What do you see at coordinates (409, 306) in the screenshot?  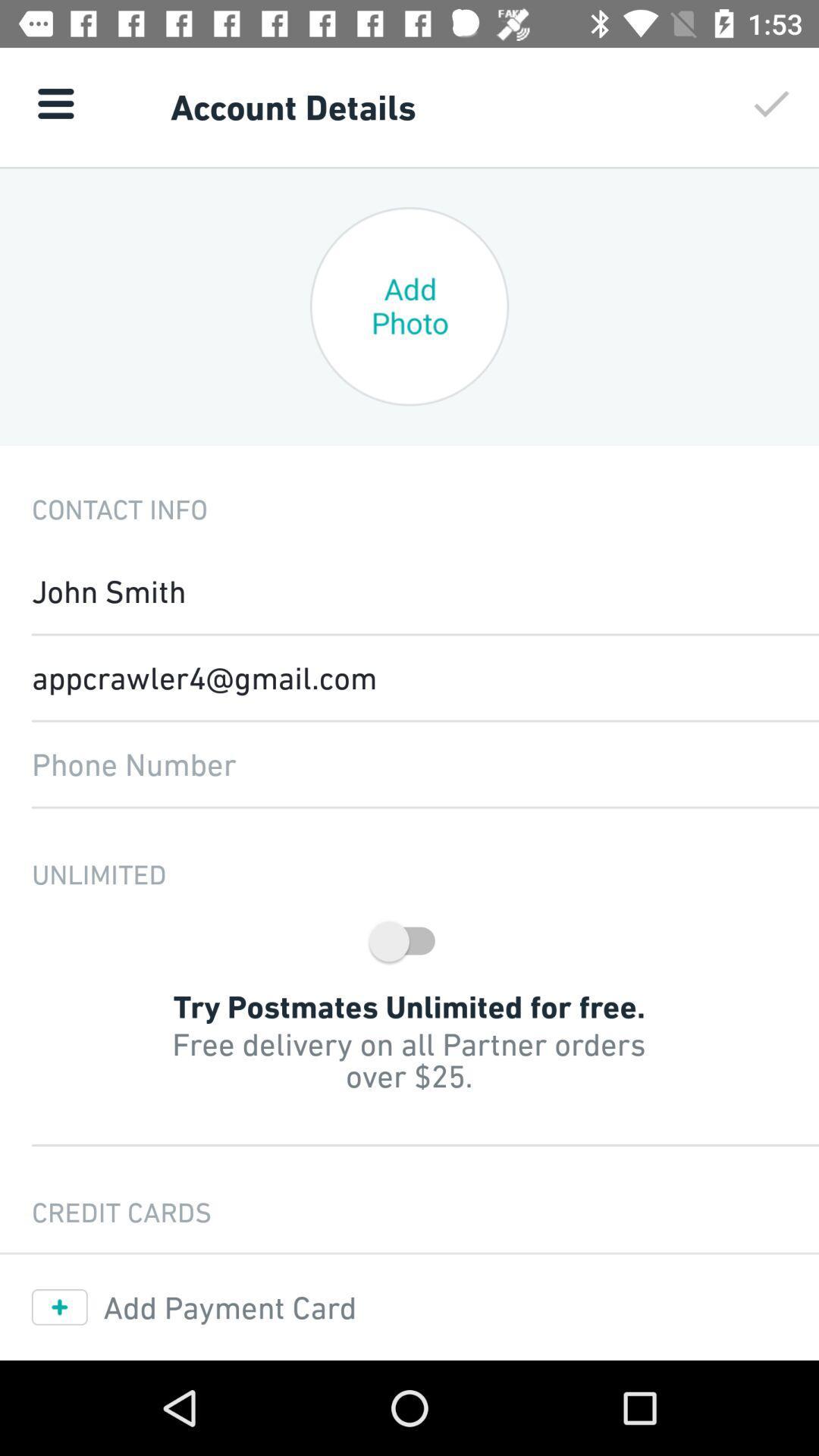 I see `the profile image` at bounding box center [409, 306].